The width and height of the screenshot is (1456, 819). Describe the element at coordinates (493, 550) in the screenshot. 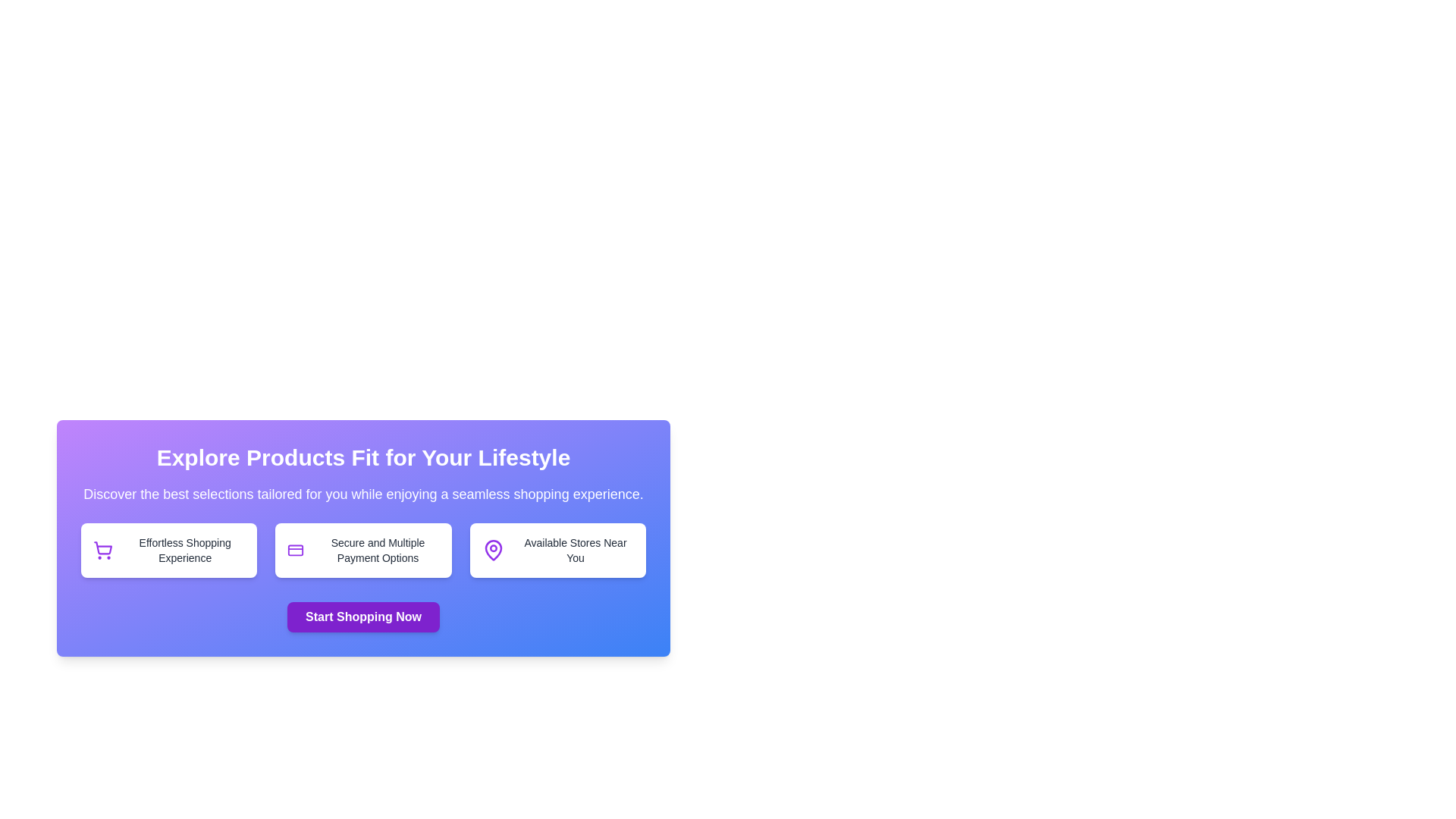

I see `the purple map pin icon located within the 'Available Stores Near You' group on the white card` at that location.